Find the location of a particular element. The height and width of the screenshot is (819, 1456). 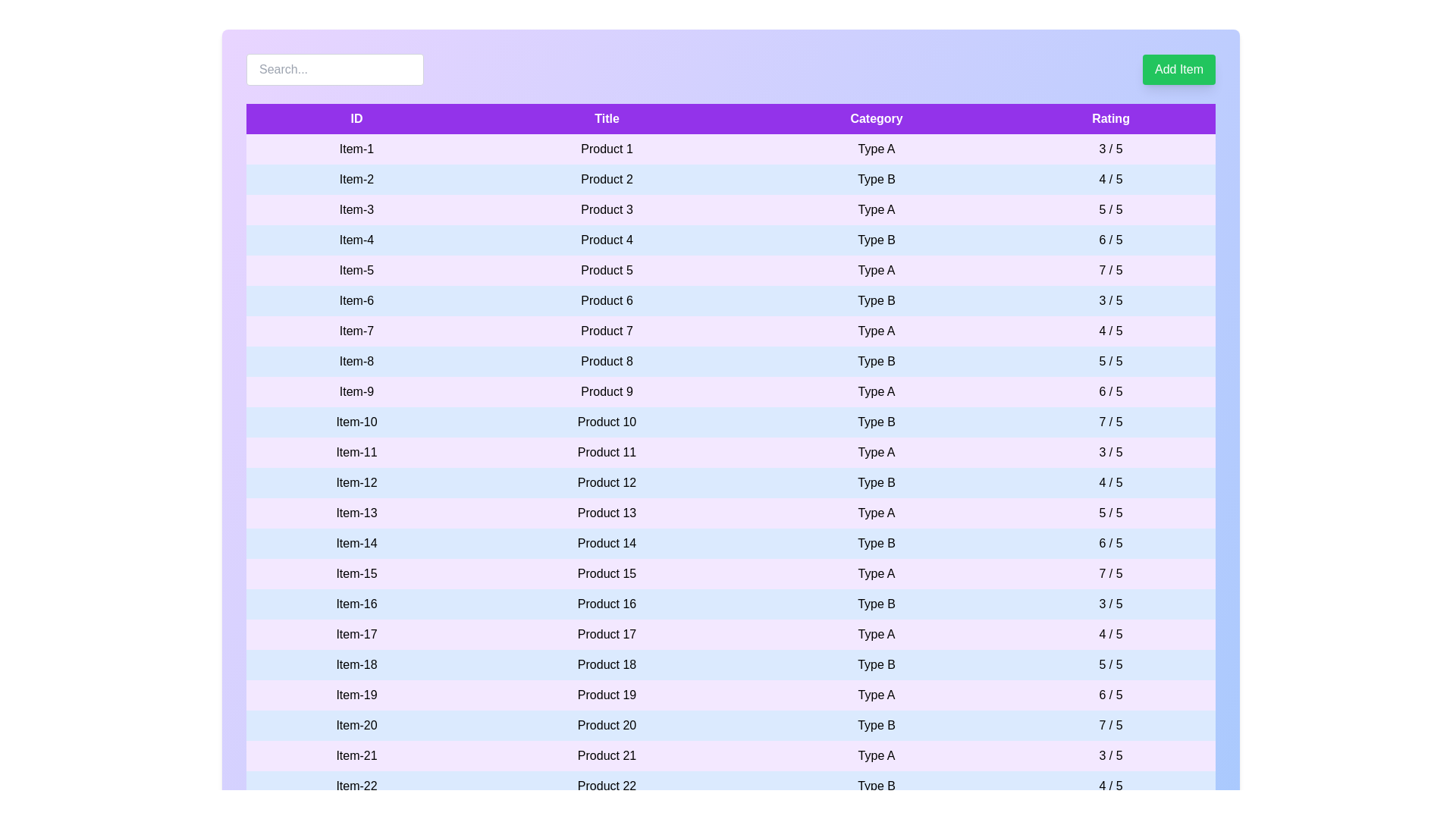

the table header labeled Category to sort the column is located at coordinates (877, 118).